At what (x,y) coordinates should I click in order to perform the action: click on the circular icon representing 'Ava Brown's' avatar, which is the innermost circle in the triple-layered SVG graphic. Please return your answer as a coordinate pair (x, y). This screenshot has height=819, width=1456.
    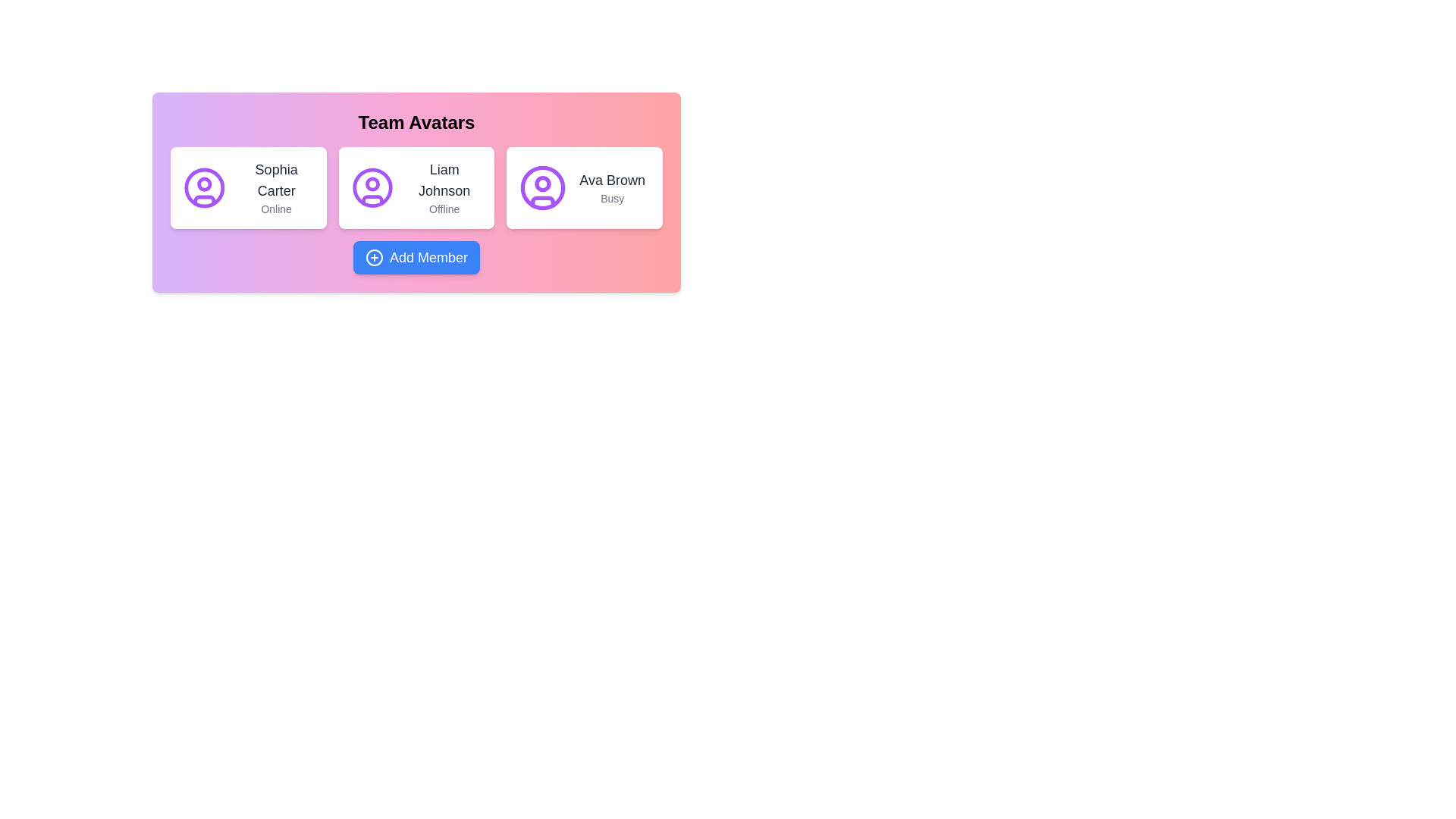
    Looking at the image, I should click on (543, 187).